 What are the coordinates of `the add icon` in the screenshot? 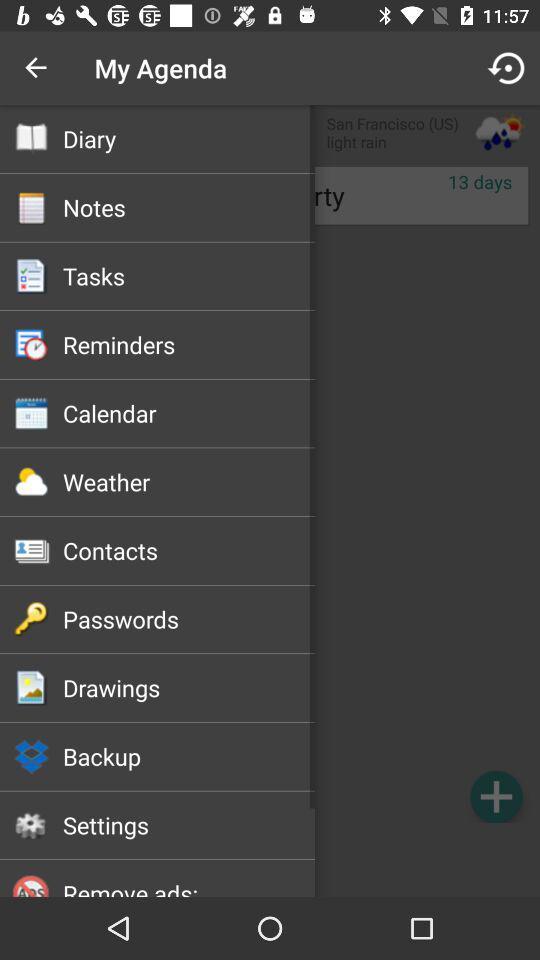 It's located at (495, 796).